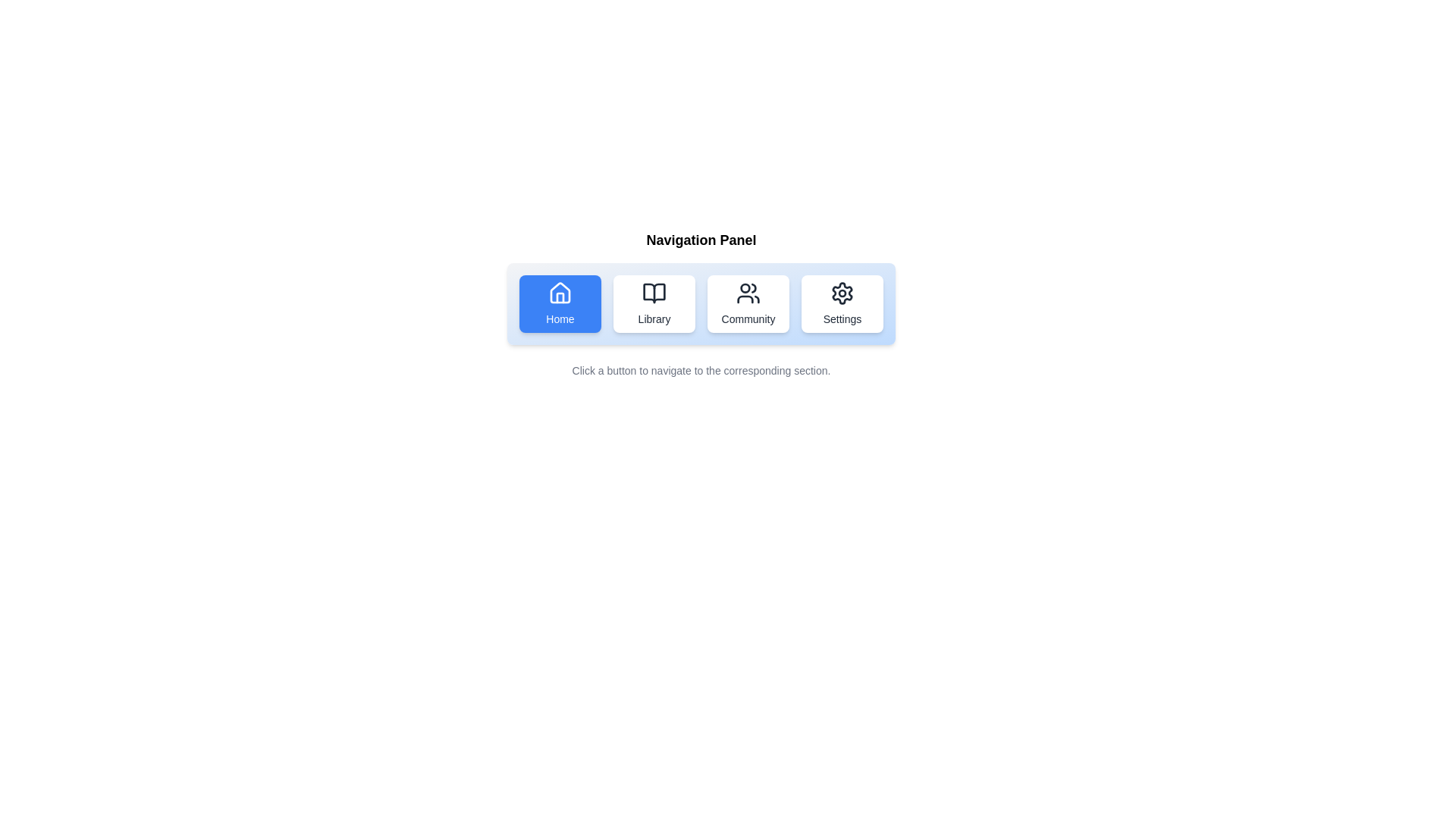 This screenshot has width=1456, height=819. What do you see at coordinates (745, 299) in the screenshot?
I see `the 'Community' section button which contains the SVG icon representing a group of users, specifically targeting the lower body or base of the group members` at bounding box center [745, 299].